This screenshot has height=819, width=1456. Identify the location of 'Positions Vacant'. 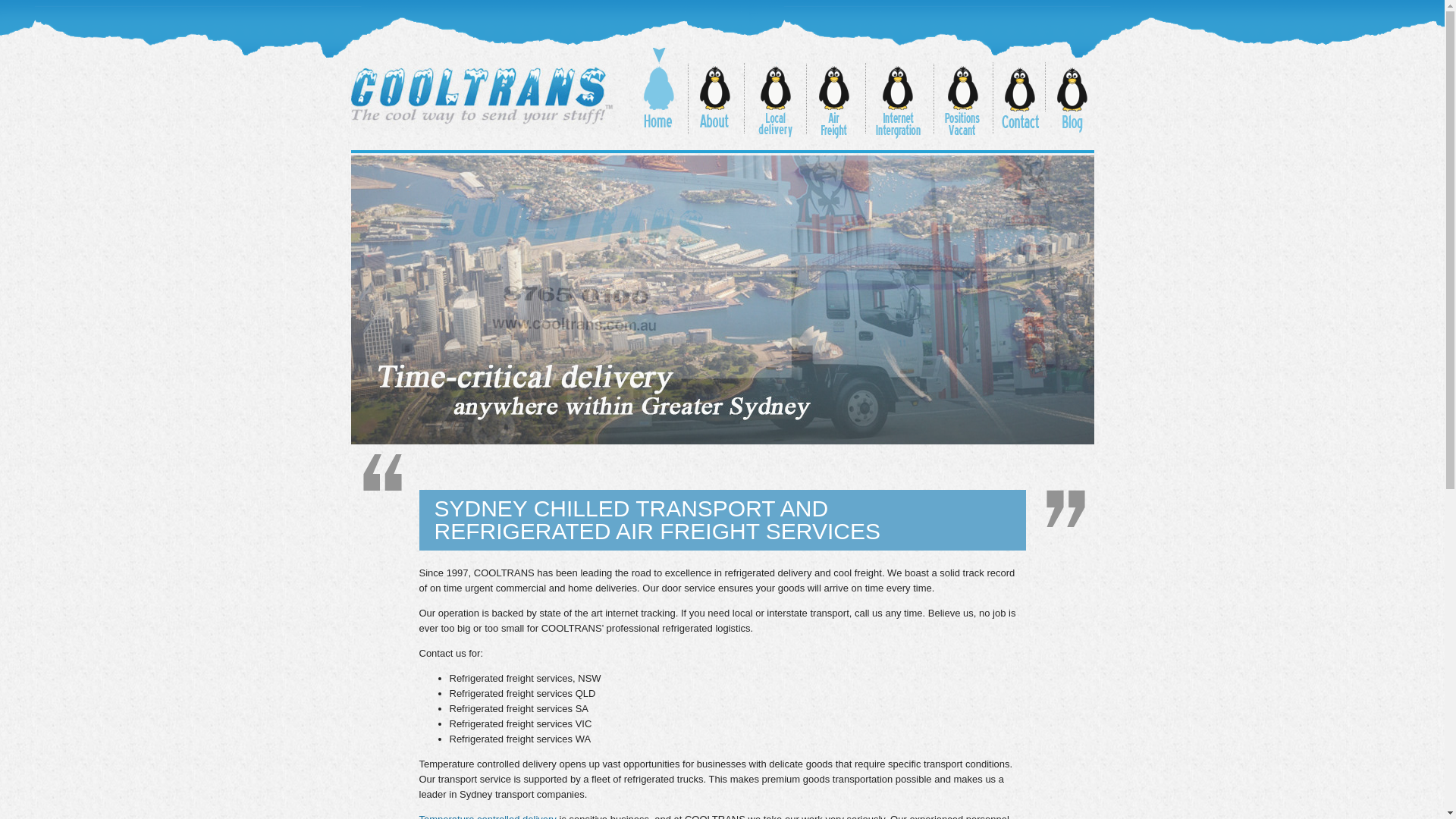
(932, 93).